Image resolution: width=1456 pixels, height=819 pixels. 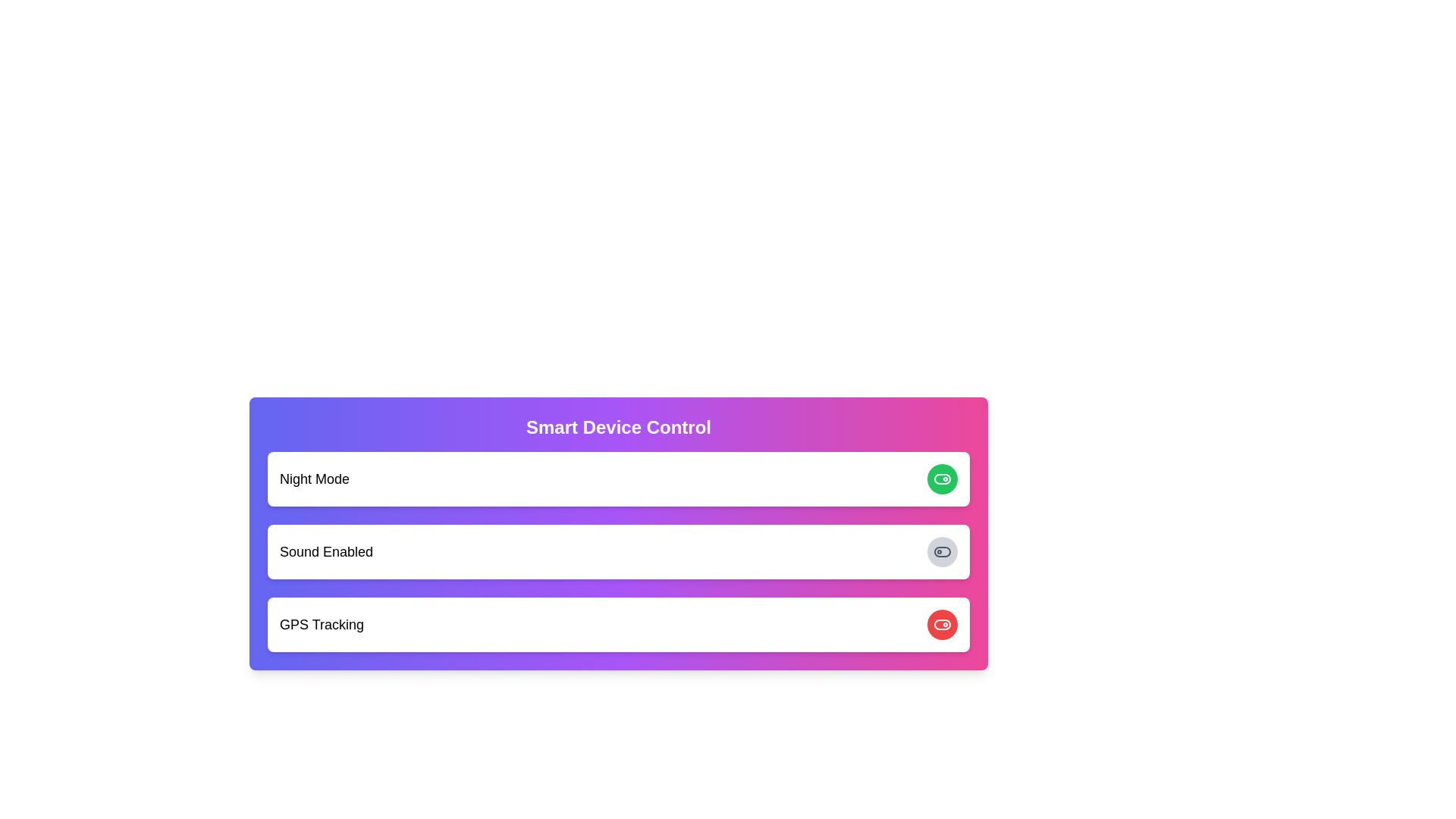 What do you see at coordinates (942, 625) in the screenshot?
I see `the third interactive Toggle button for GPS Tracking located at the far right of the 'Smart Device Control' card` at bounding box center [942, 625].